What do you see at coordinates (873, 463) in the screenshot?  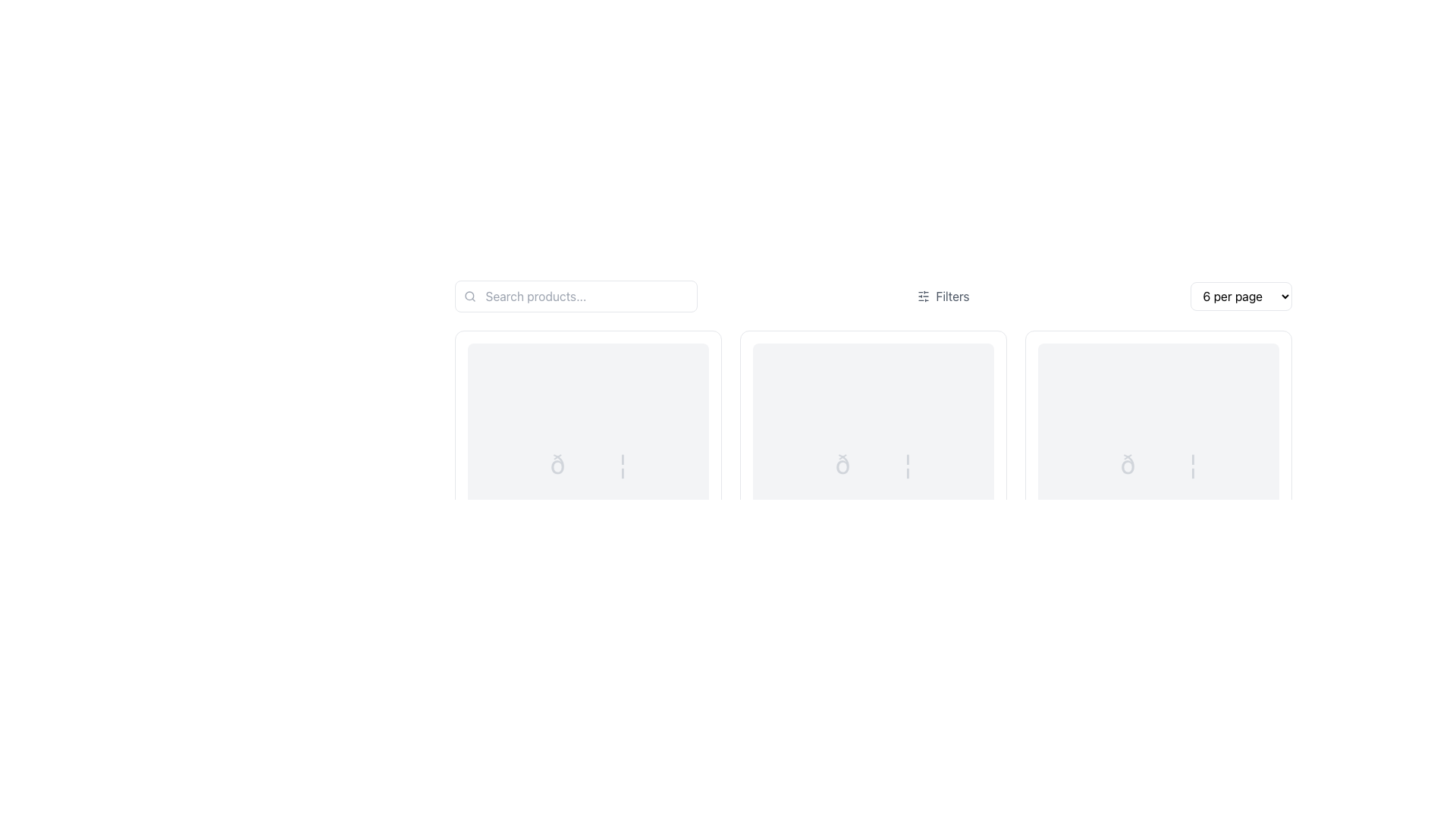 I see `the visual appearance change of the gray envelope icon when hovered over` at bounding box center [873, 463].